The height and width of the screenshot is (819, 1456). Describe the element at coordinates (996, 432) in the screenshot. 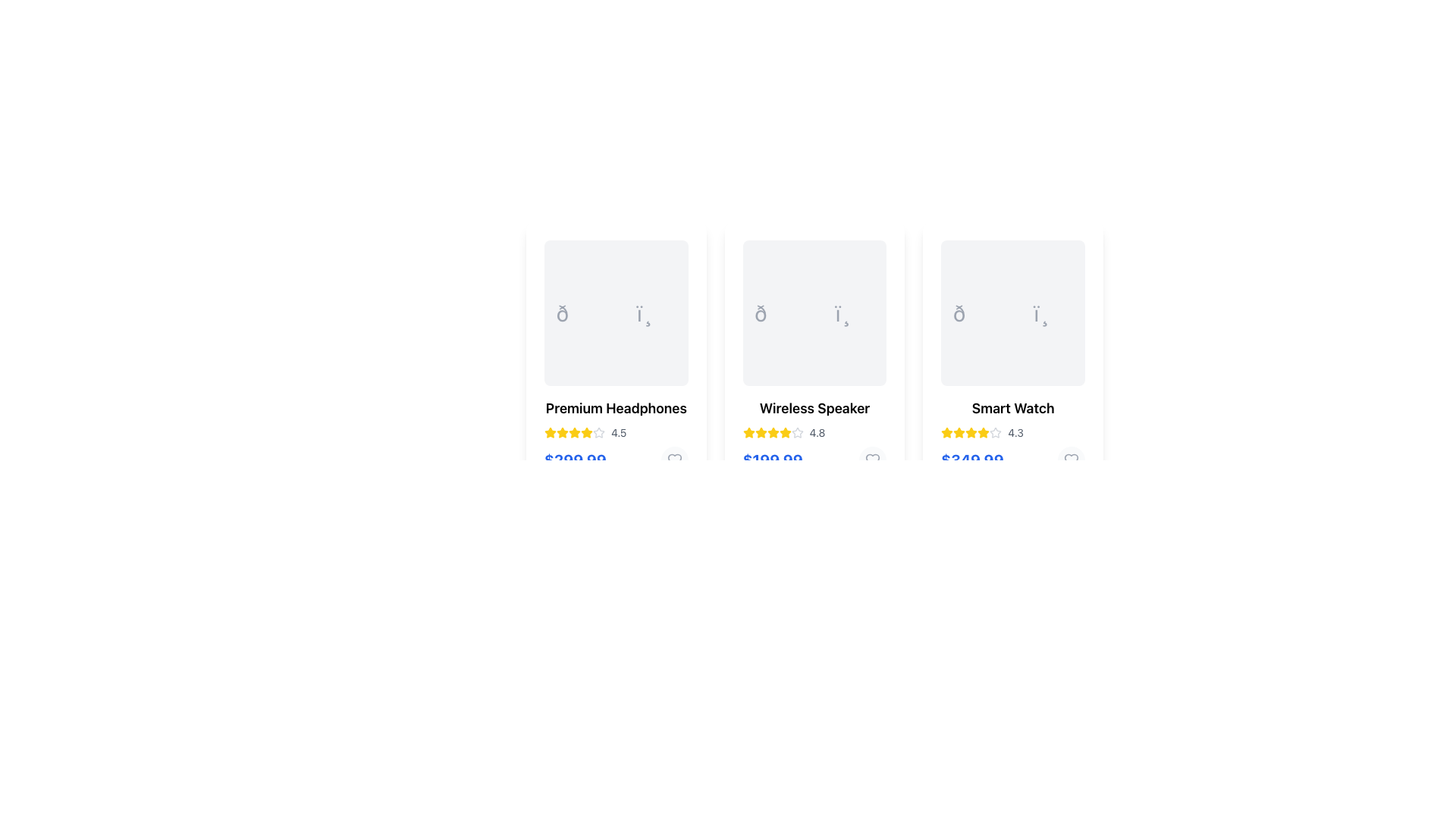

I see `the fifth star icon in the rating system, which is outlined in gray and located below the product title 'Smart Watch'` at that location.